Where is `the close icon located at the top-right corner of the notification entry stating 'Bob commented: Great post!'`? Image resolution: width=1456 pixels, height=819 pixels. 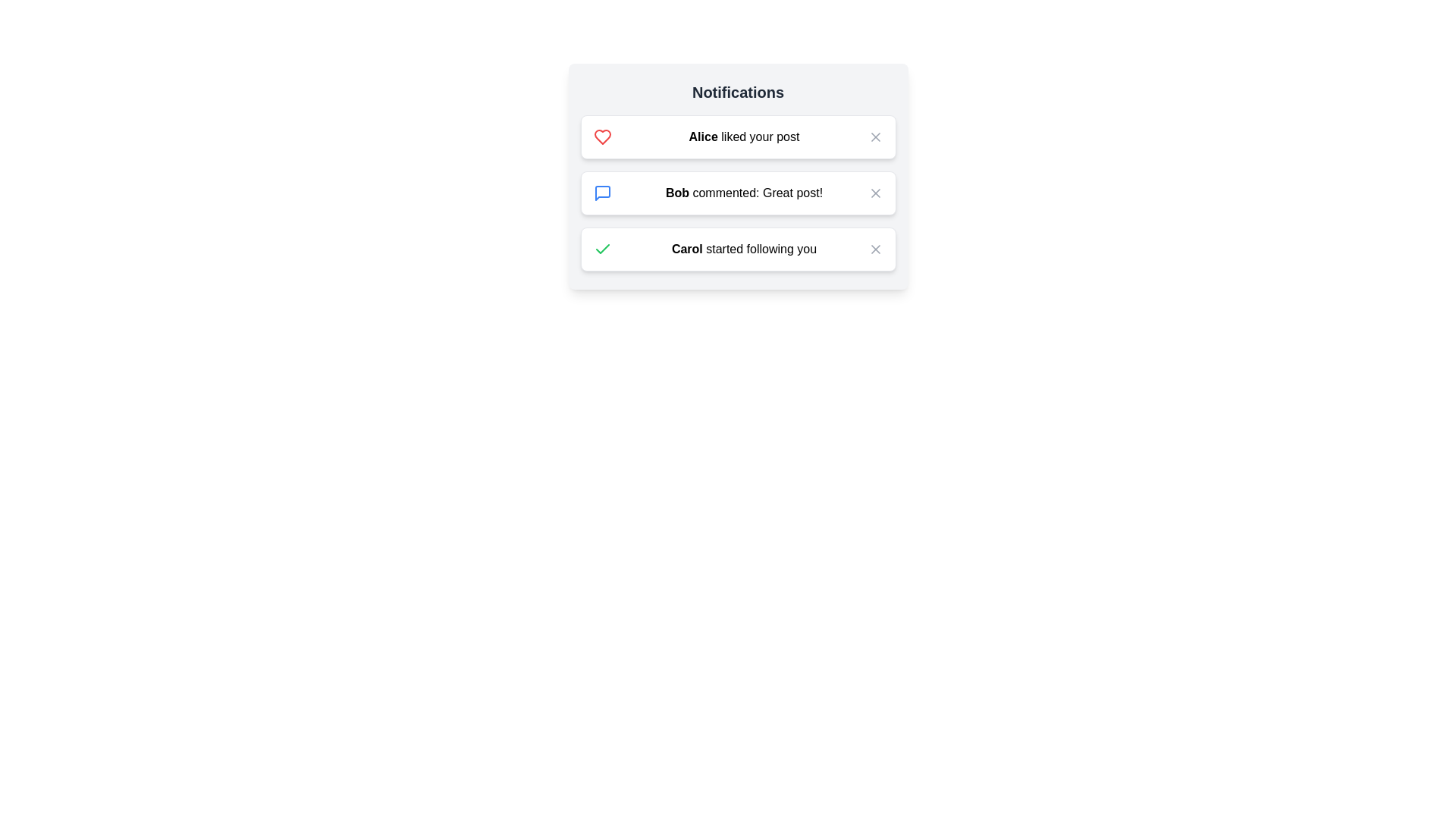 the close icon located at the top-right corner of the notification entry stating 'Bob commented: Great post!' is located at coordinates (875, 192).